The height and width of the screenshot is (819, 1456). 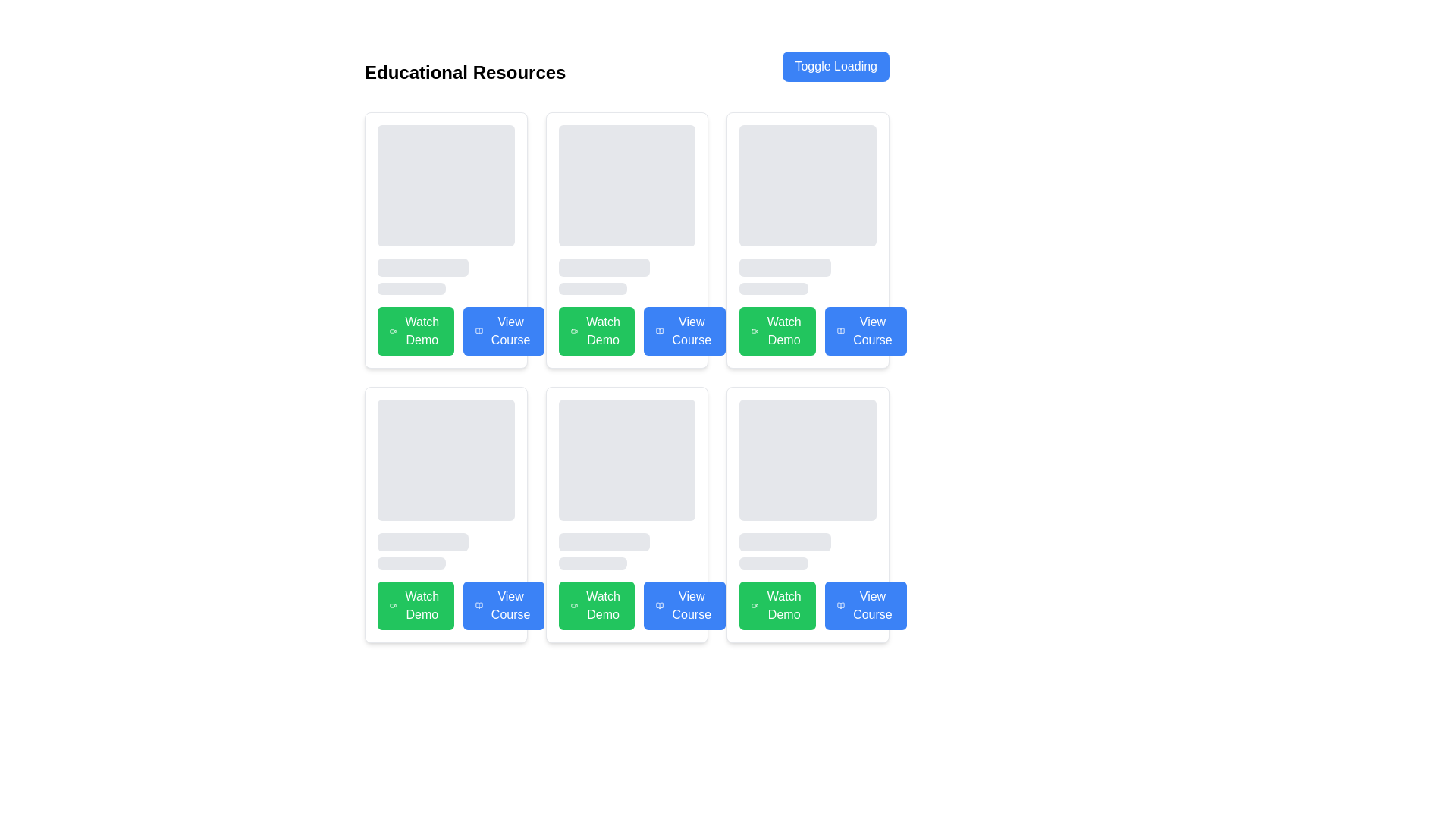 I want to click on the rectangular placeholder element with a light gray background, located below a larger placeholder and above a smaller rectangle in the second column of the grid layout, so click(x=423, y=541).